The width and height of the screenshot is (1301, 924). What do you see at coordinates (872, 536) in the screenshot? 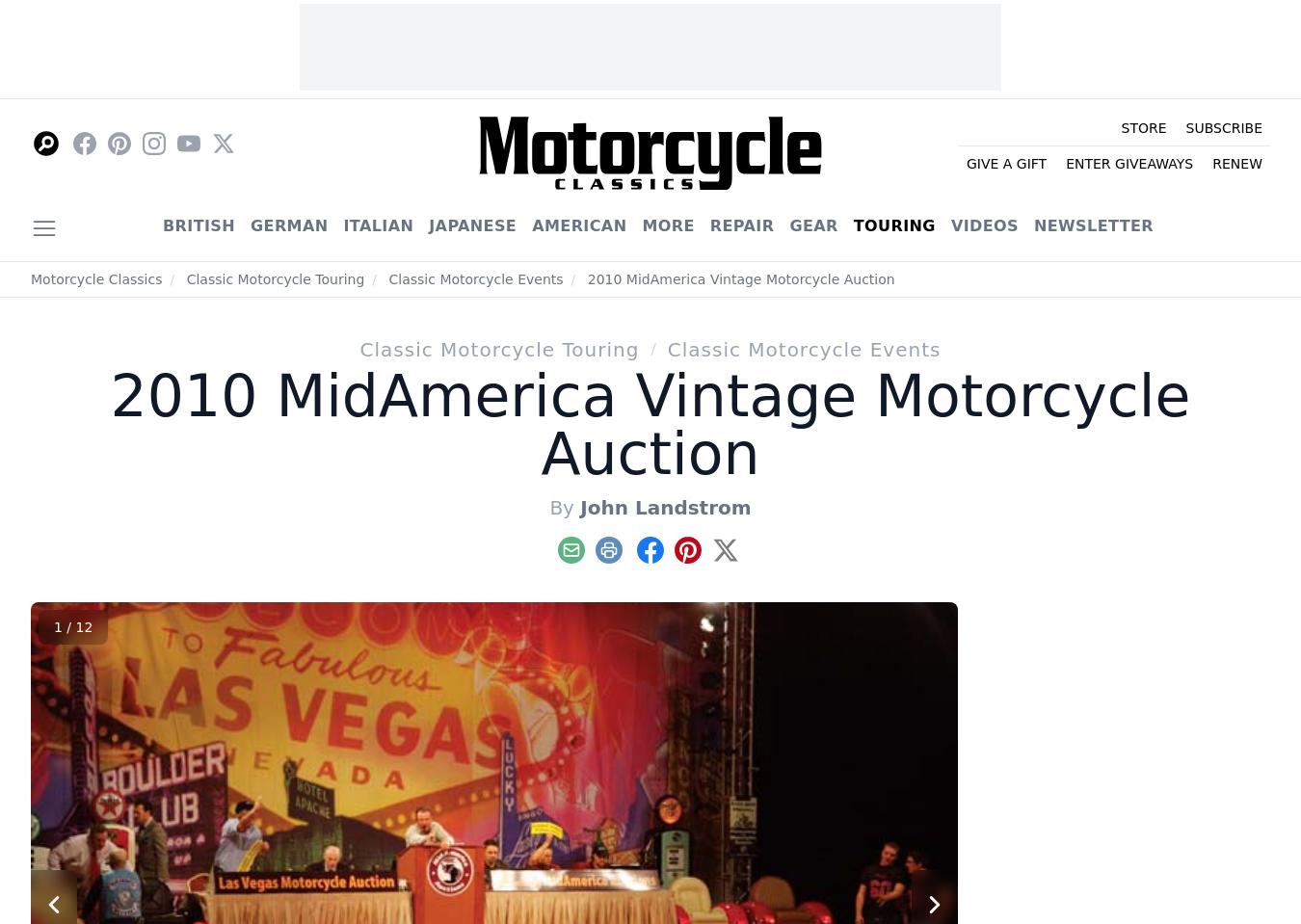
I see `'1-800-880-7567'` at bounding box center [872, 536].